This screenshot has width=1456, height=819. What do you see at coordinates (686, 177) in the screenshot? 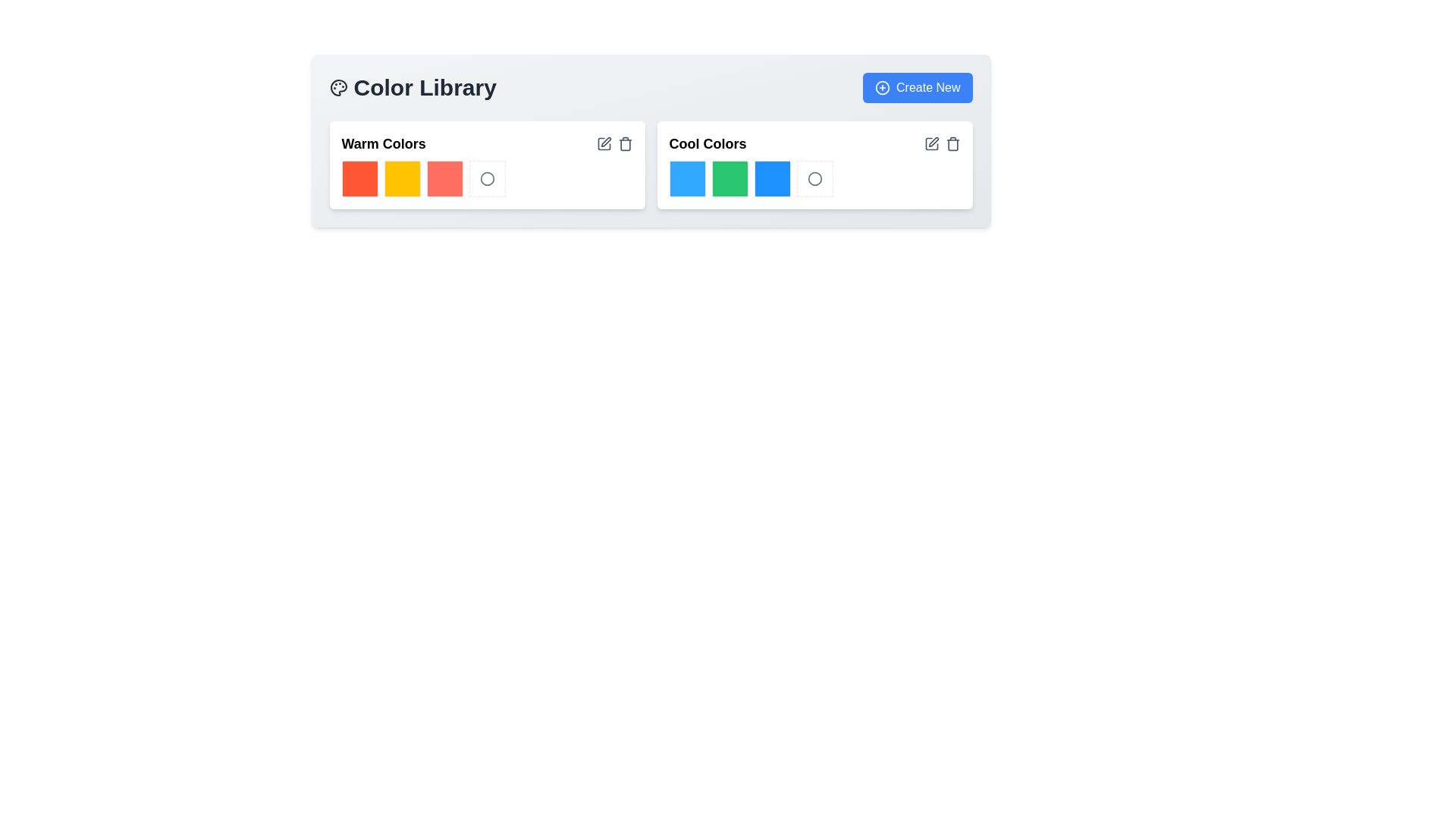
I see `the first bright blue square color block in the 'Cool Colors' section` at bounding box center [686, 177].